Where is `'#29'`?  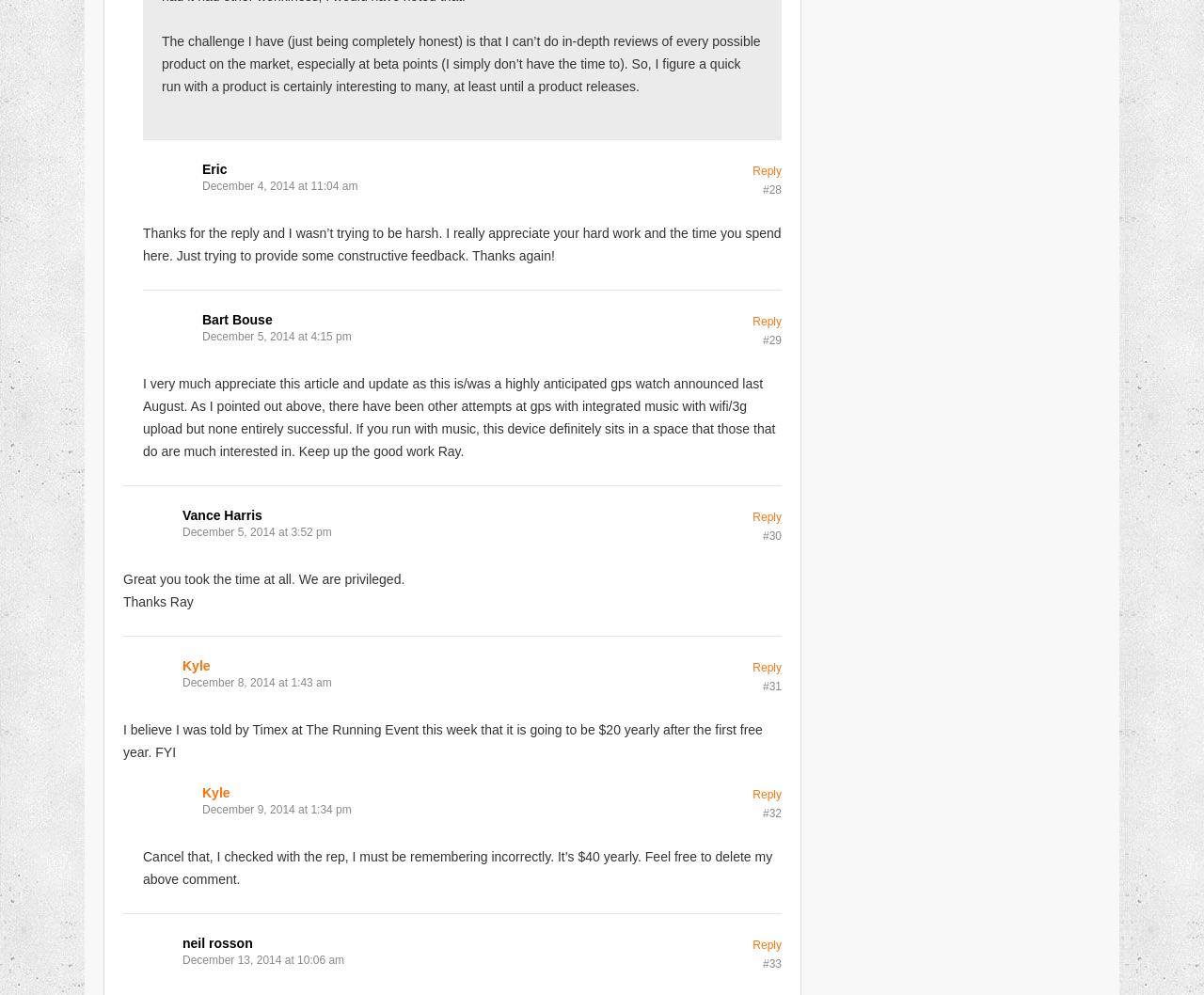
'#29' is located at coordinates (771, 339).